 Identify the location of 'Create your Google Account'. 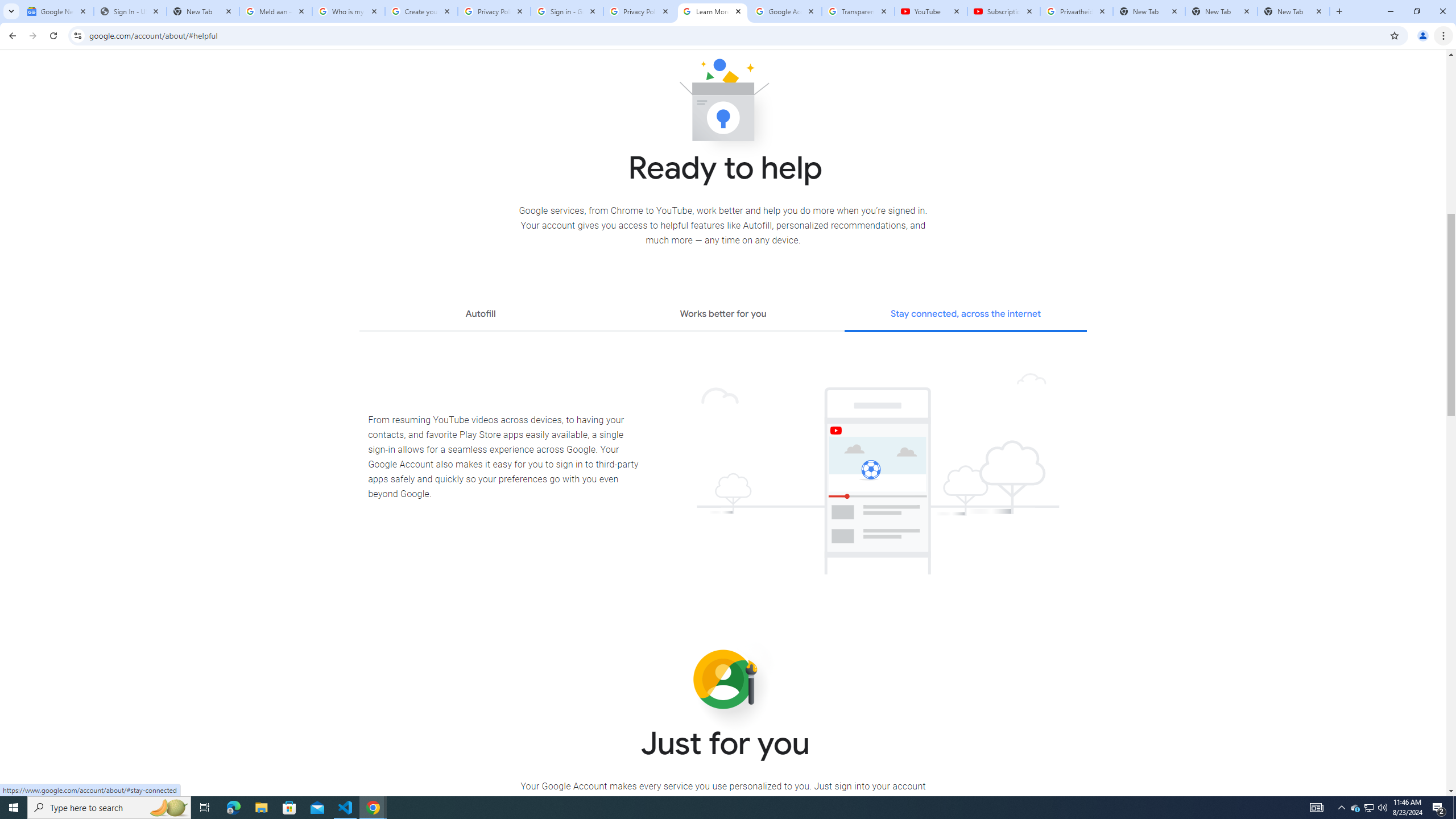
(421, 11).